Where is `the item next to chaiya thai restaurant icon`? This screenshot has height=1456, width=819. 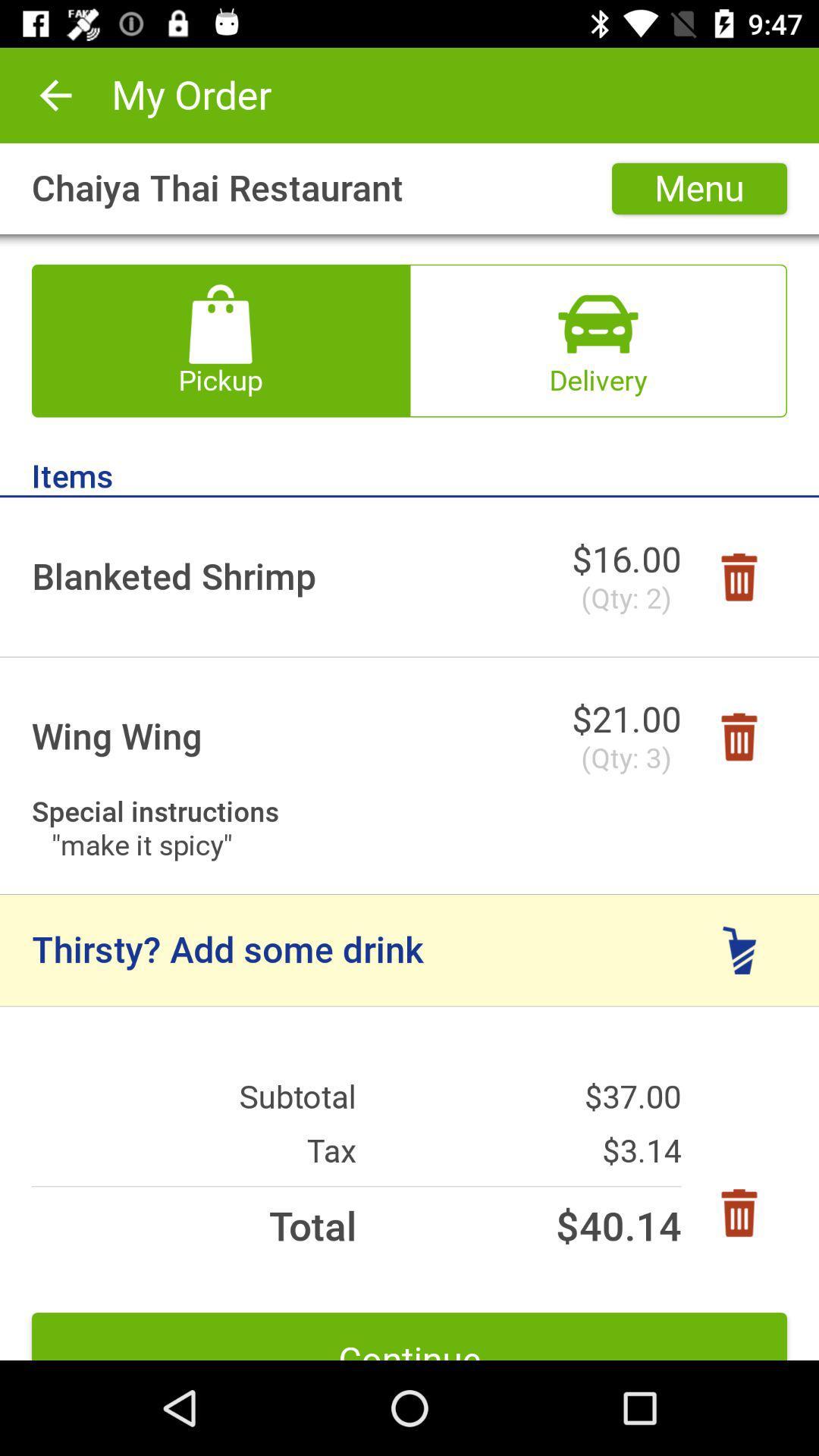 the item next to chaiya thai restaurant icon is located at coordinates (699, 188).